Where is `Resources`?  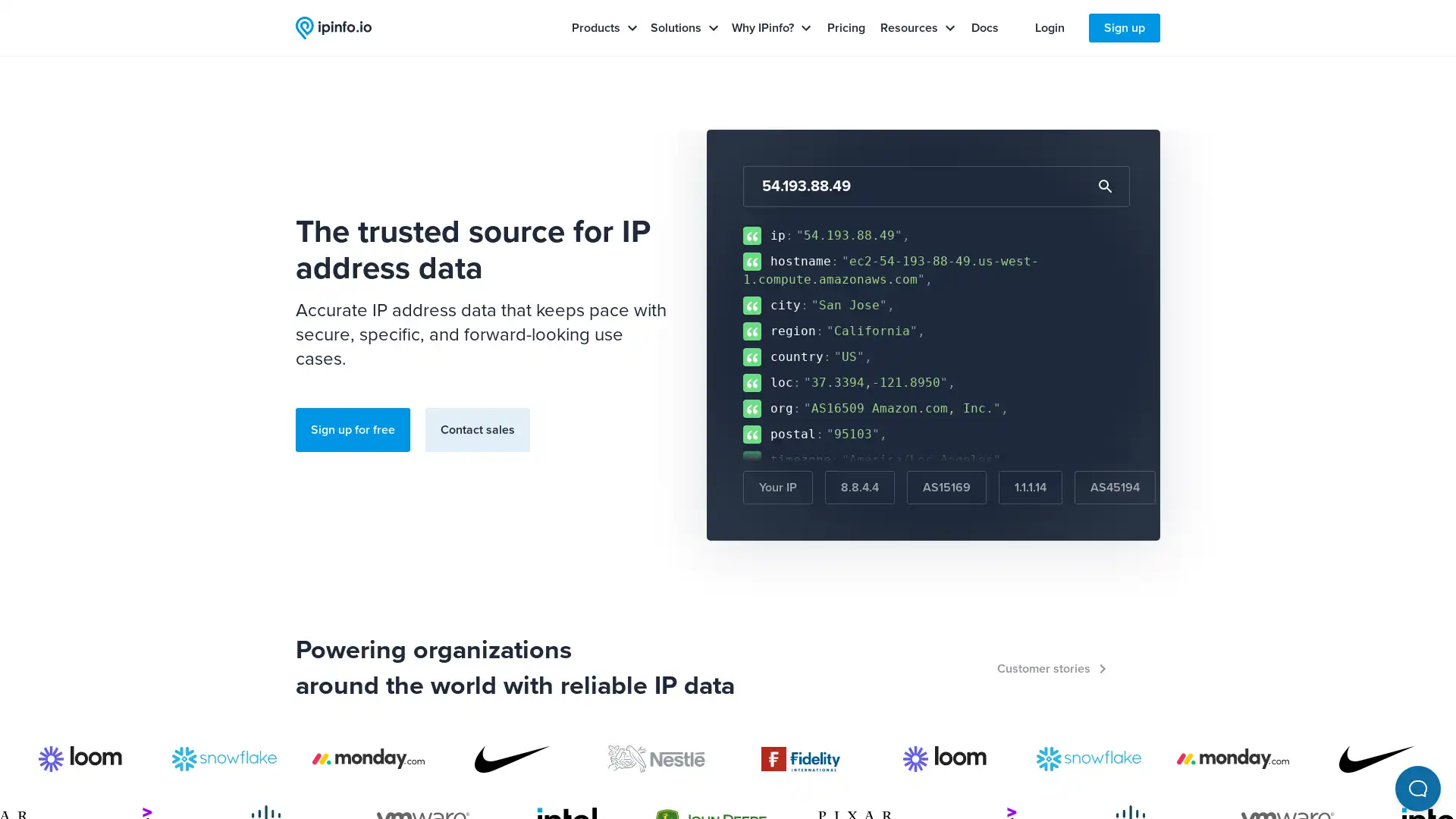
Resources is located at coordinates (917, 28).